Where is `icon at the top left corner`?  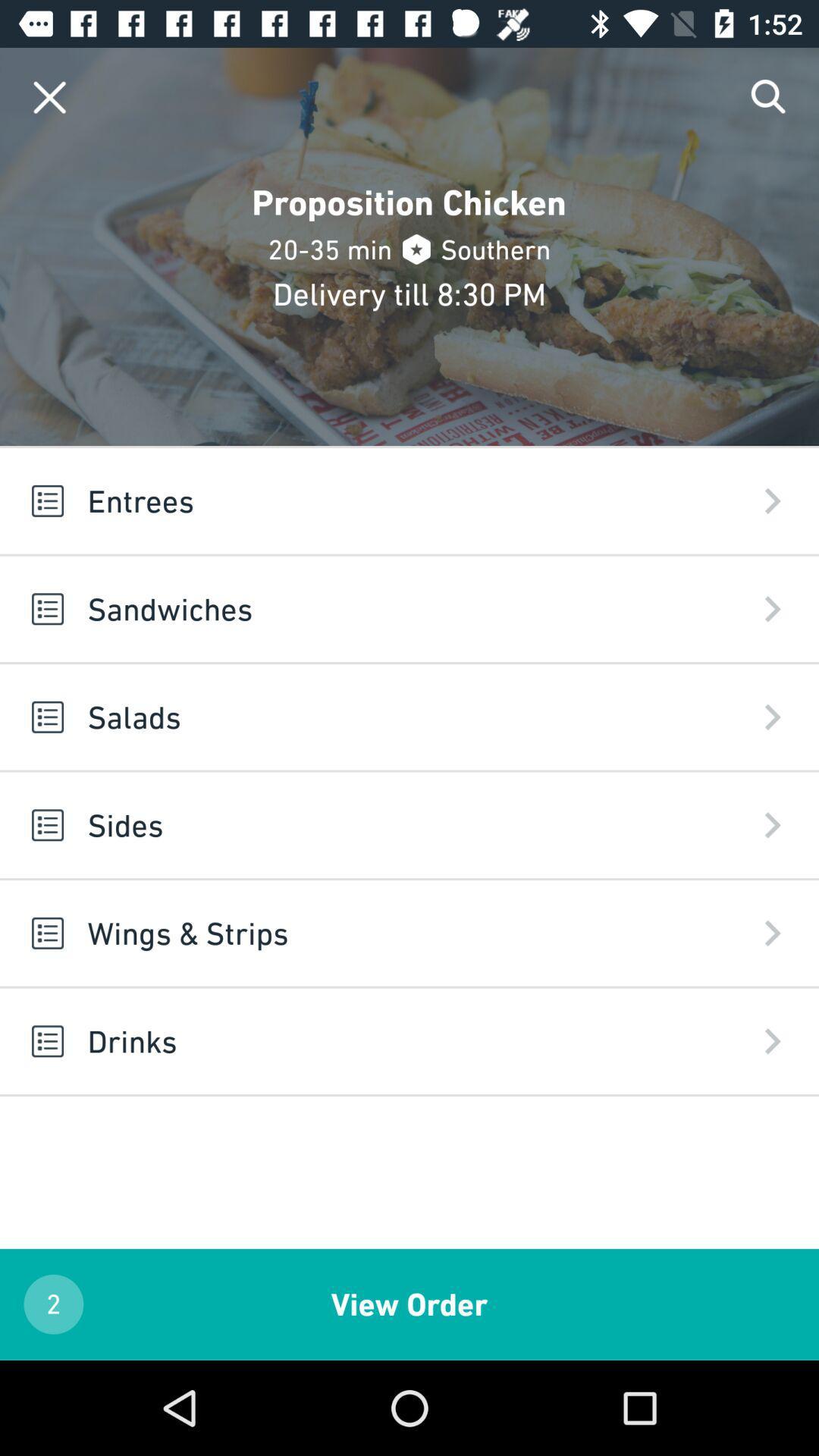
icon at the top left corner is located at coordinates (49, 96).